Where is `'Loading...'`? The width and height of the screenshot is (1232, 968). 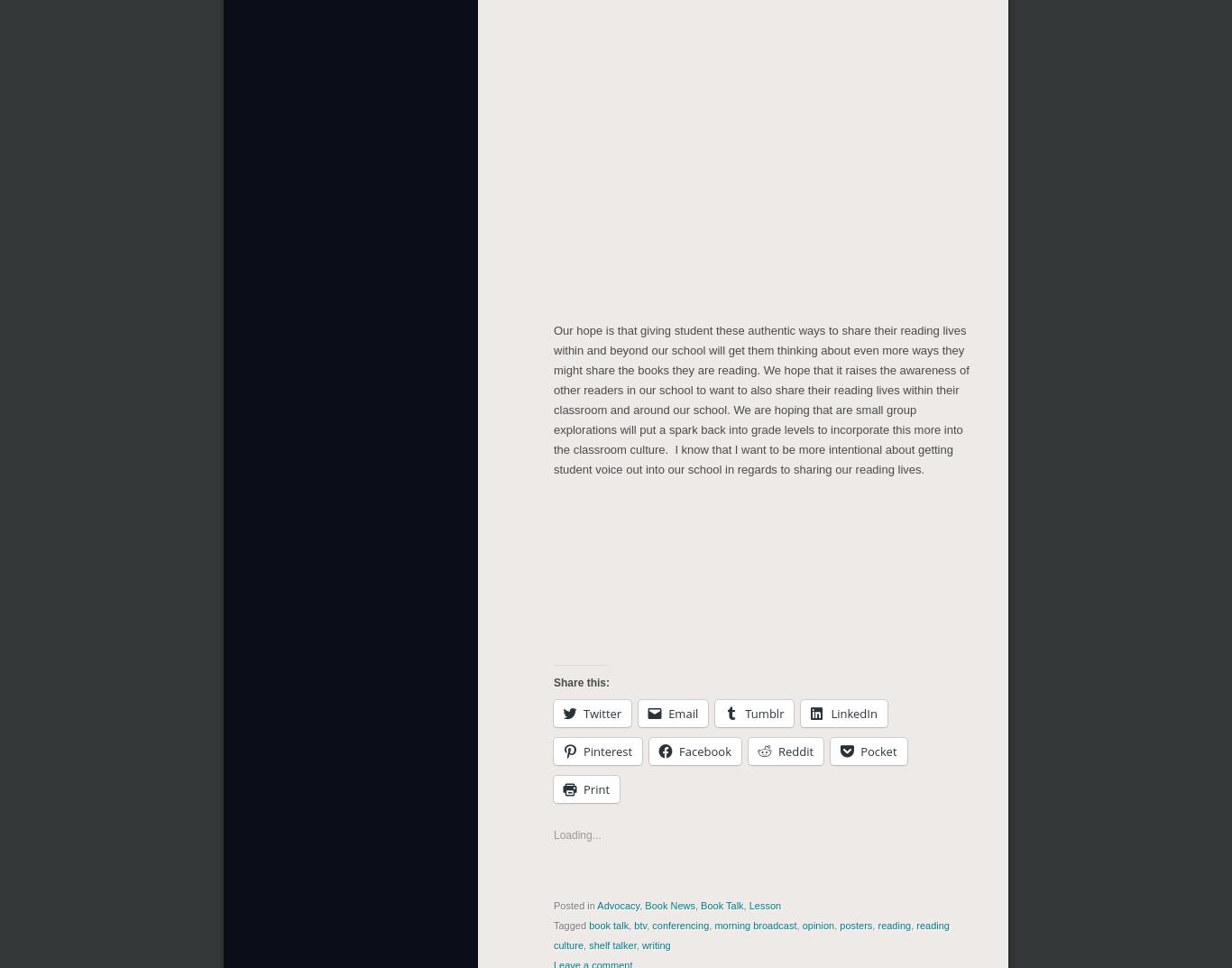
'Loading...' is located at coordinates (575, 834).